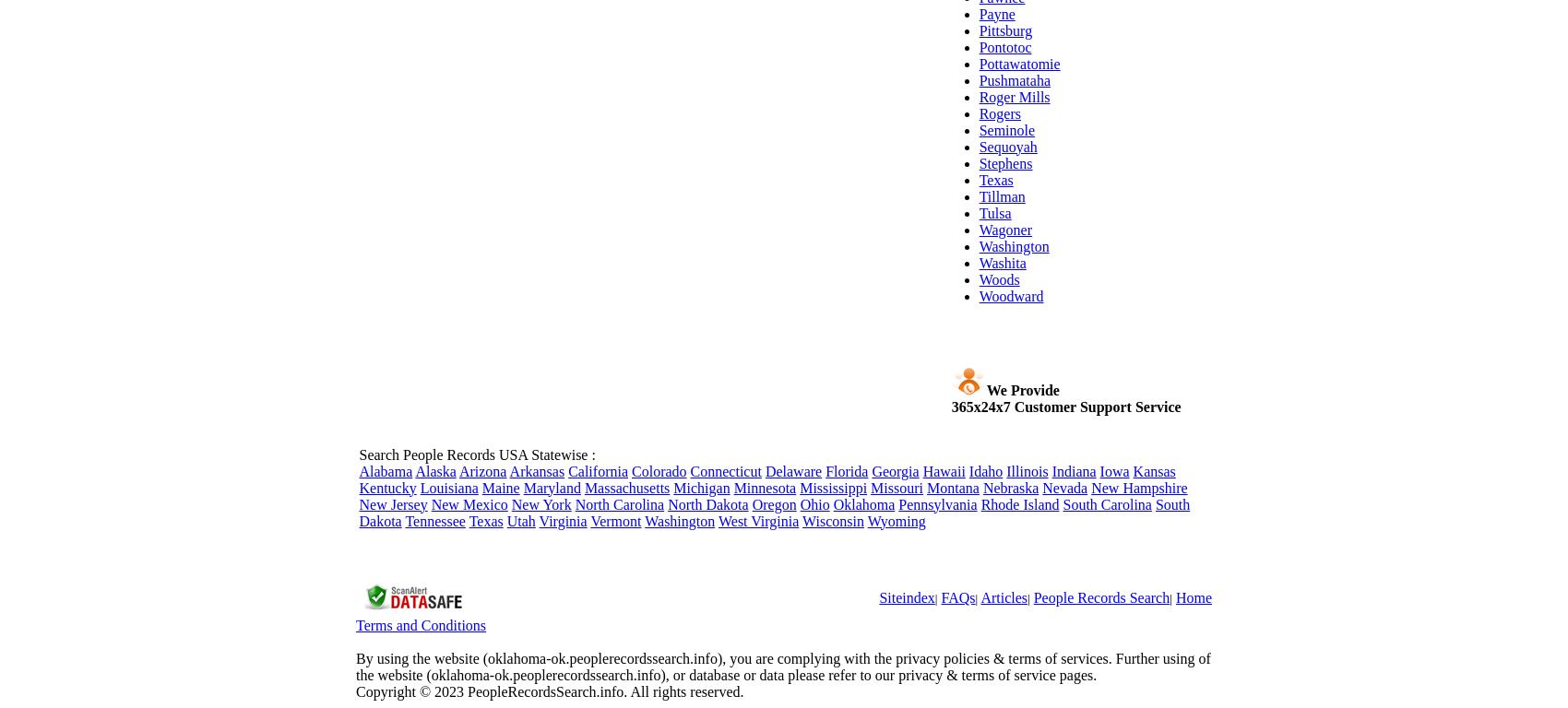 The height and width of the screenshot is (708, 1568). I want to click on 'New Mexico', so click(469, 503).